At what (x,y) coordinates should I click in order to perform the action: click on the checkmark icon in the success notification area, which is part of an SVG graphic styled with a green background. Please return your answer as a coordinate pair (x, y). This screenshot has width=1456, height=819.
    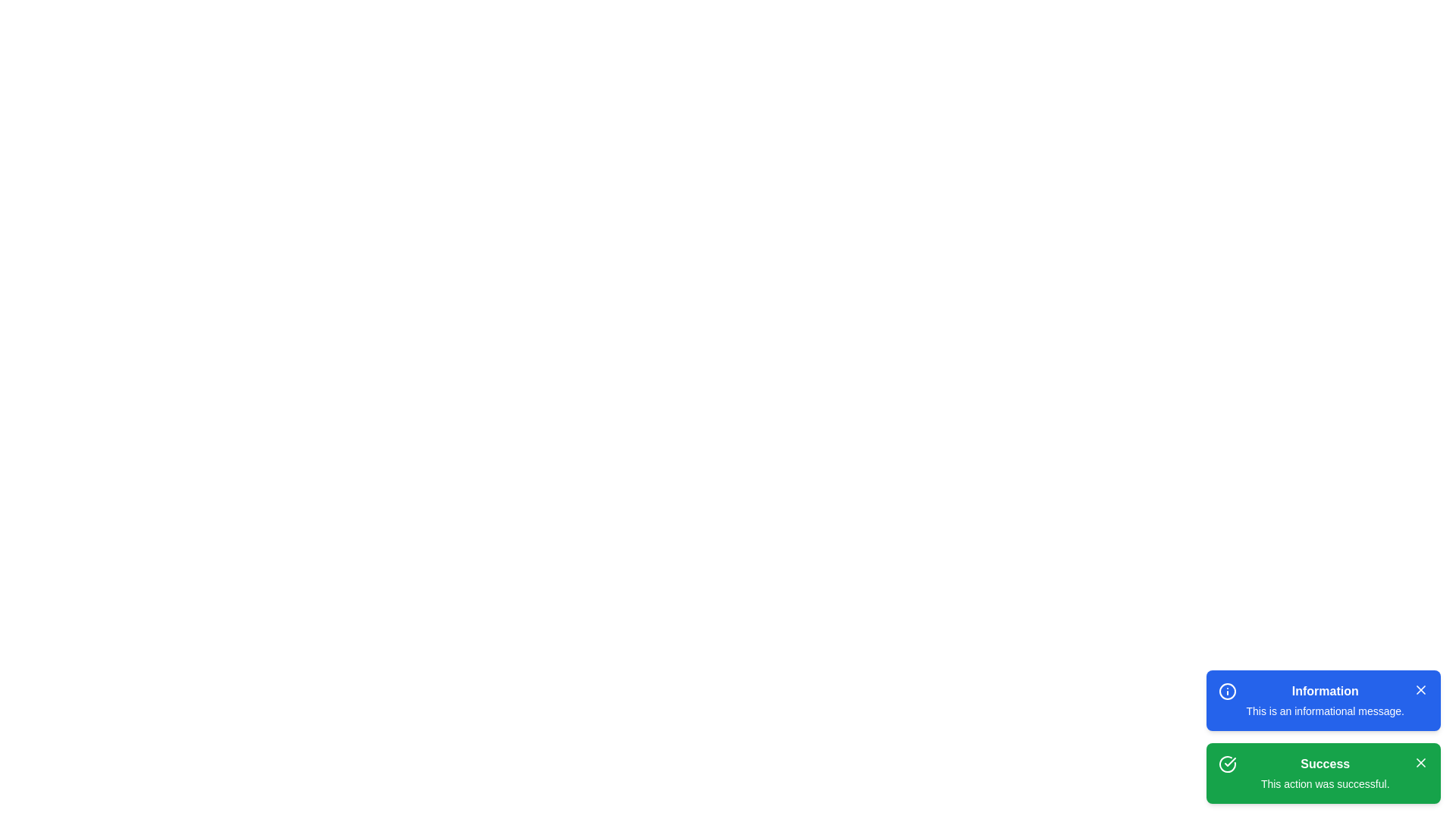
    Looking at the image, I should click on (1230, 762).